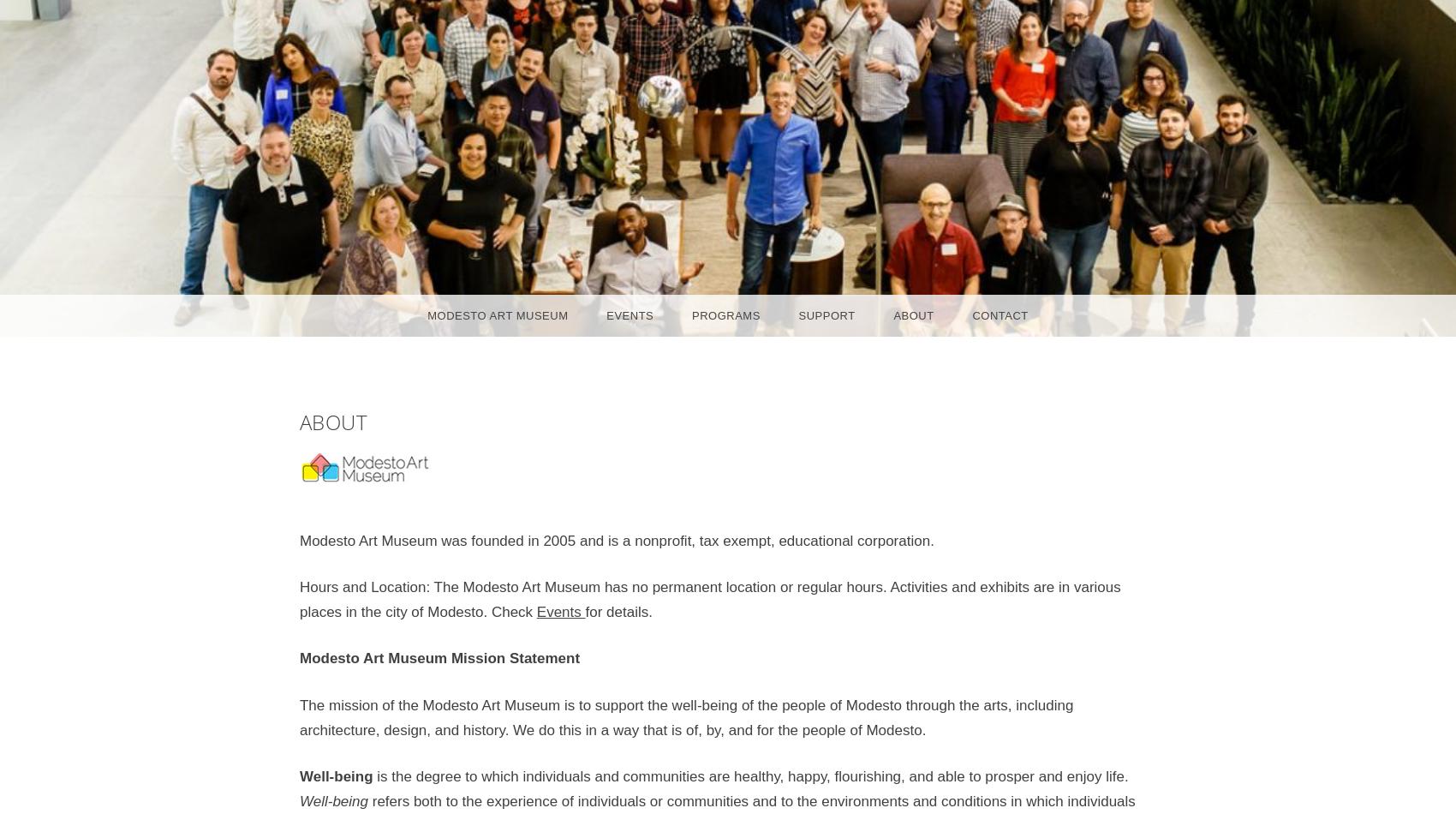 This screenshot has height=820, width=1456. Describe the element at coordinates (689, 315) in the screenshot. I see `'PROGRAMS'` at that location.